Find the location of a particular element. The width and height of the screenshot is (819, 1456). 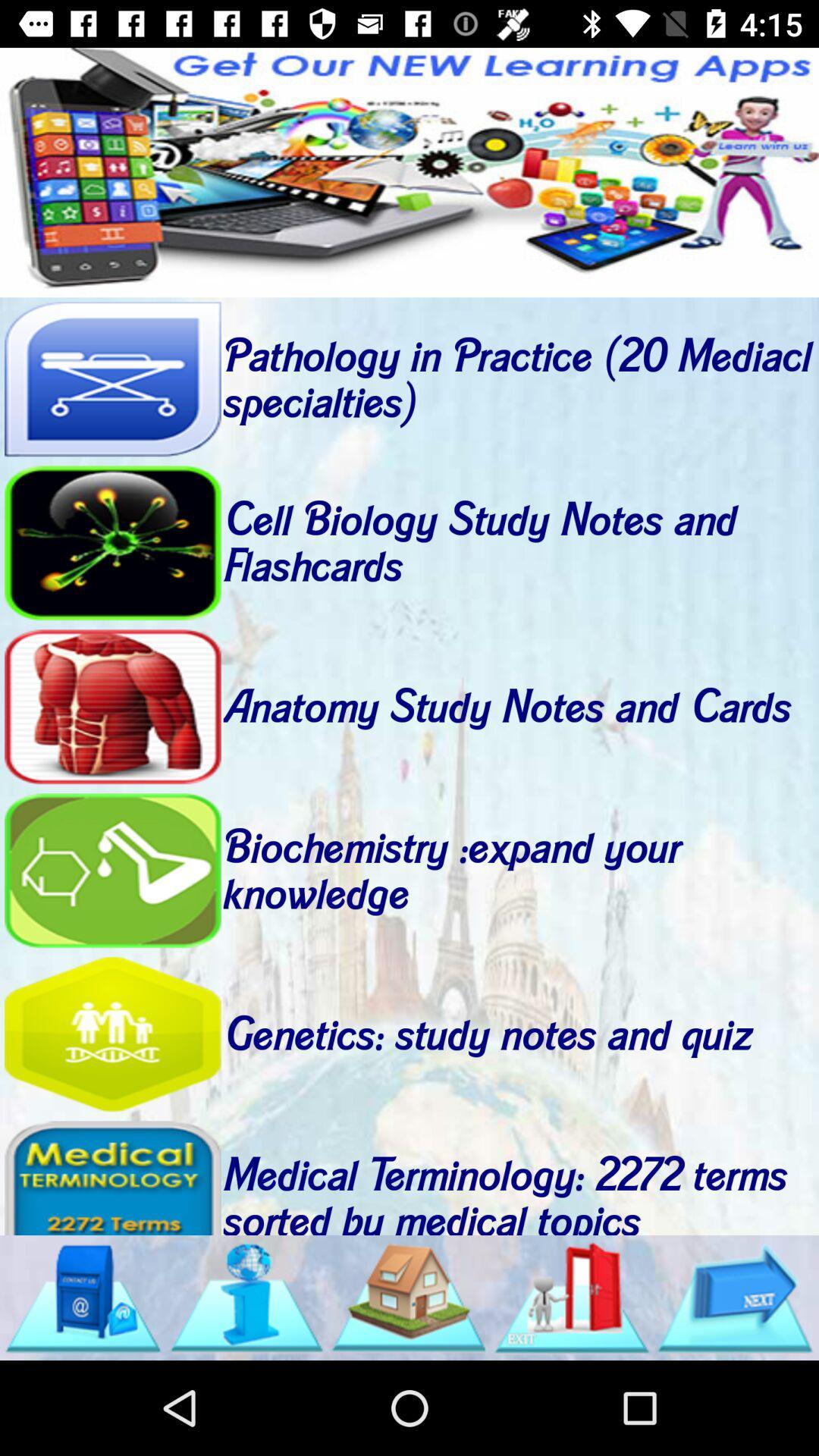

come back is located at coordinates (111, 871).